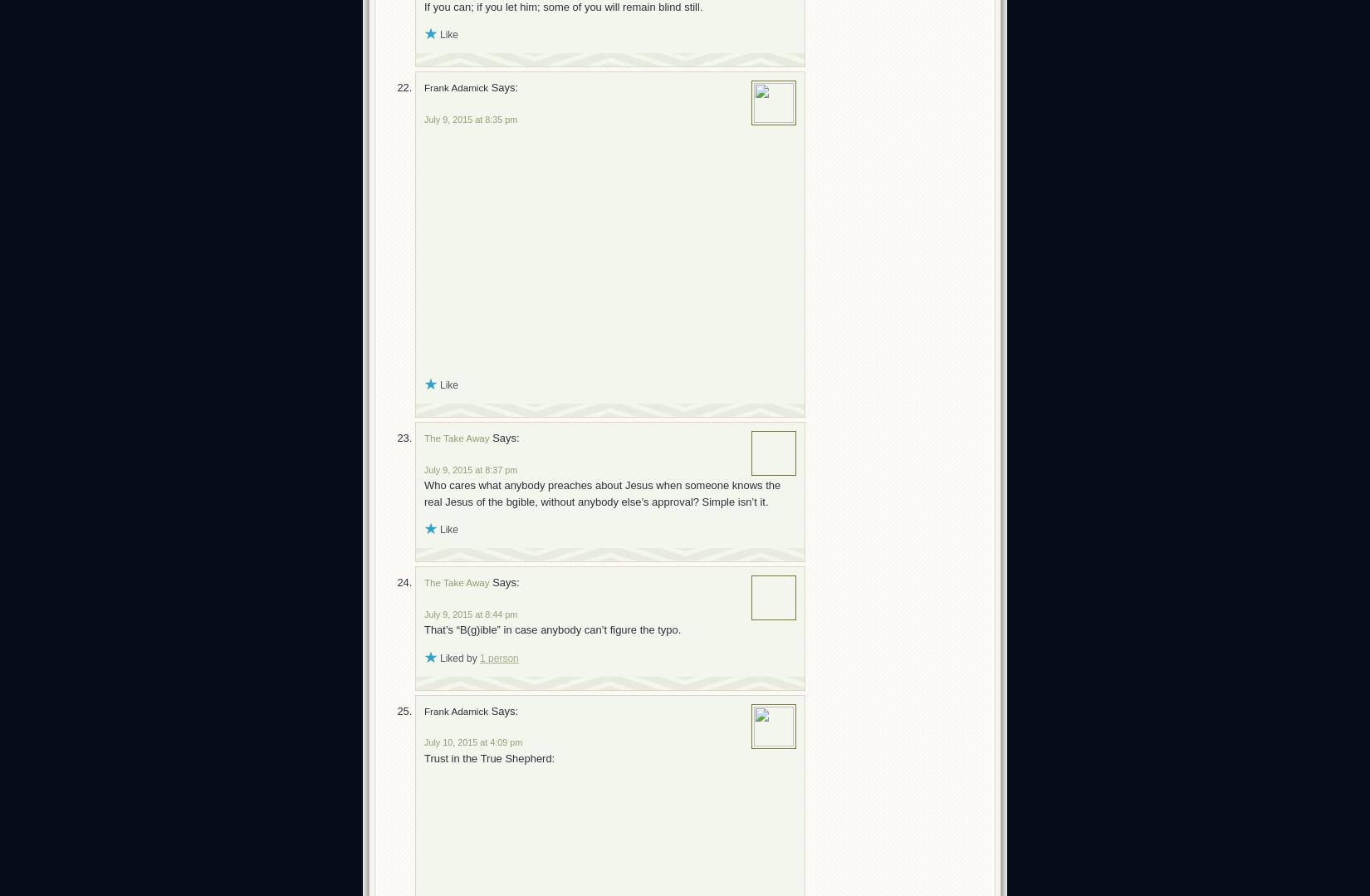  I want to click on 'Who cares what anybody preaches about Jesus when someone knows the real Jesus of the bgible, without anybody else’s approval? Simple isn’t it.', so click(601, 492).